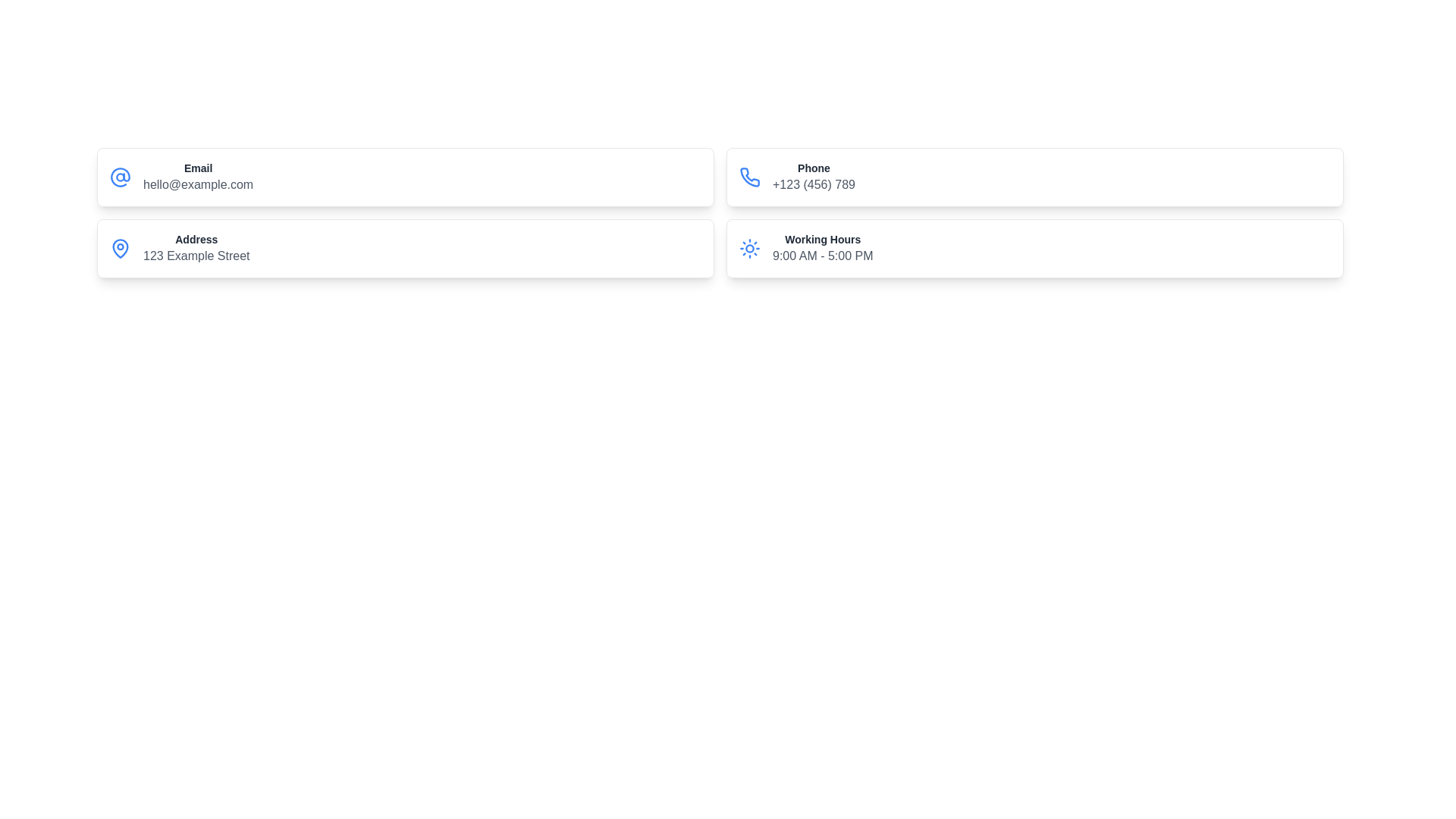  What do you see at coordinates (749, 176) in the screenshot?
I see `the blue phone handset icon located in the top right card of the interface, which is associated with the contact information` at bounding box center [749, 176].